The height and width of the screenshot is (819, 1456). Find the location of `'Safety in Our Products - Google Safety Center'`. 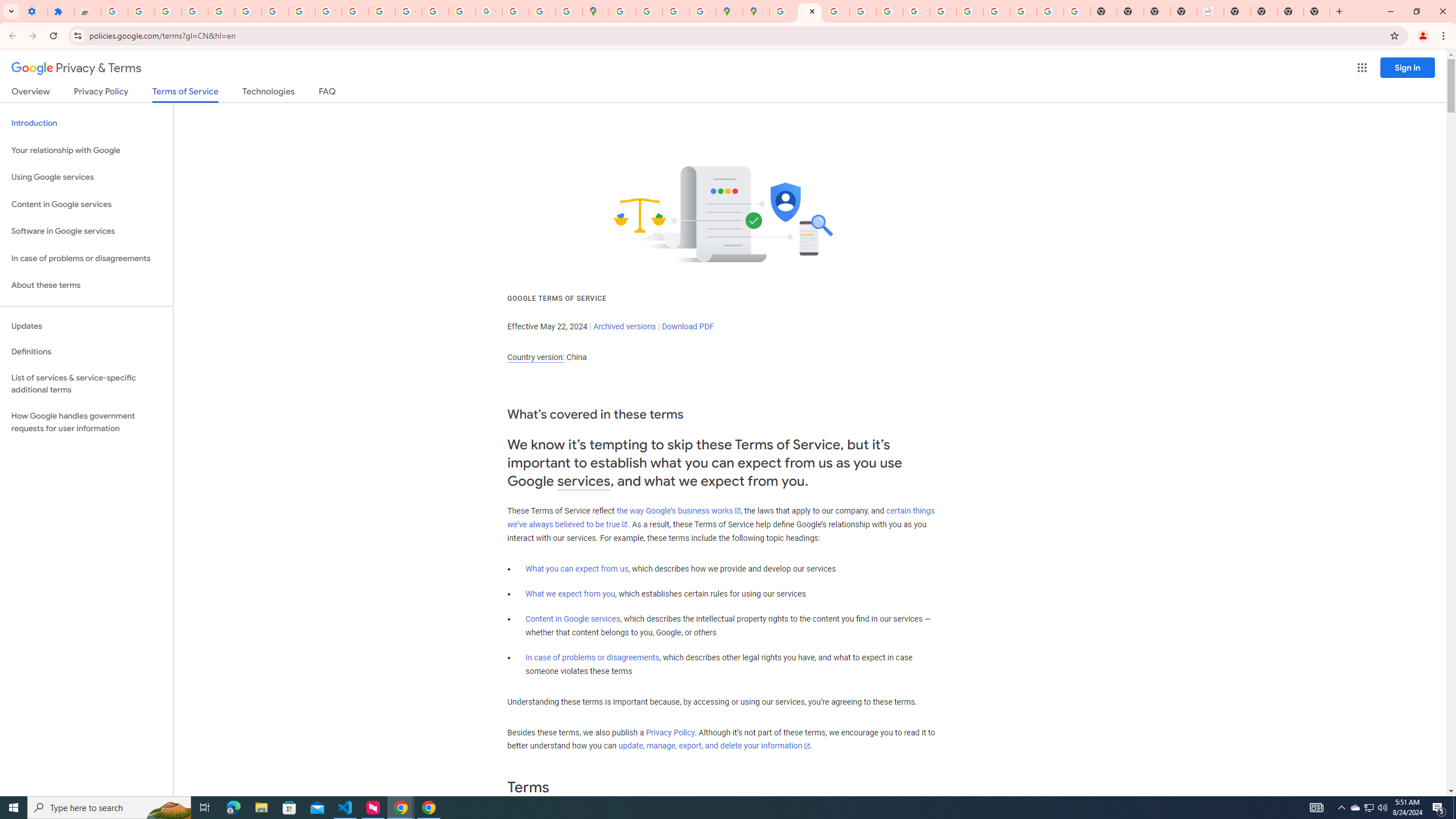

'Safety in Our Products - Google Safety Center' is located at coordinates (702, 11).